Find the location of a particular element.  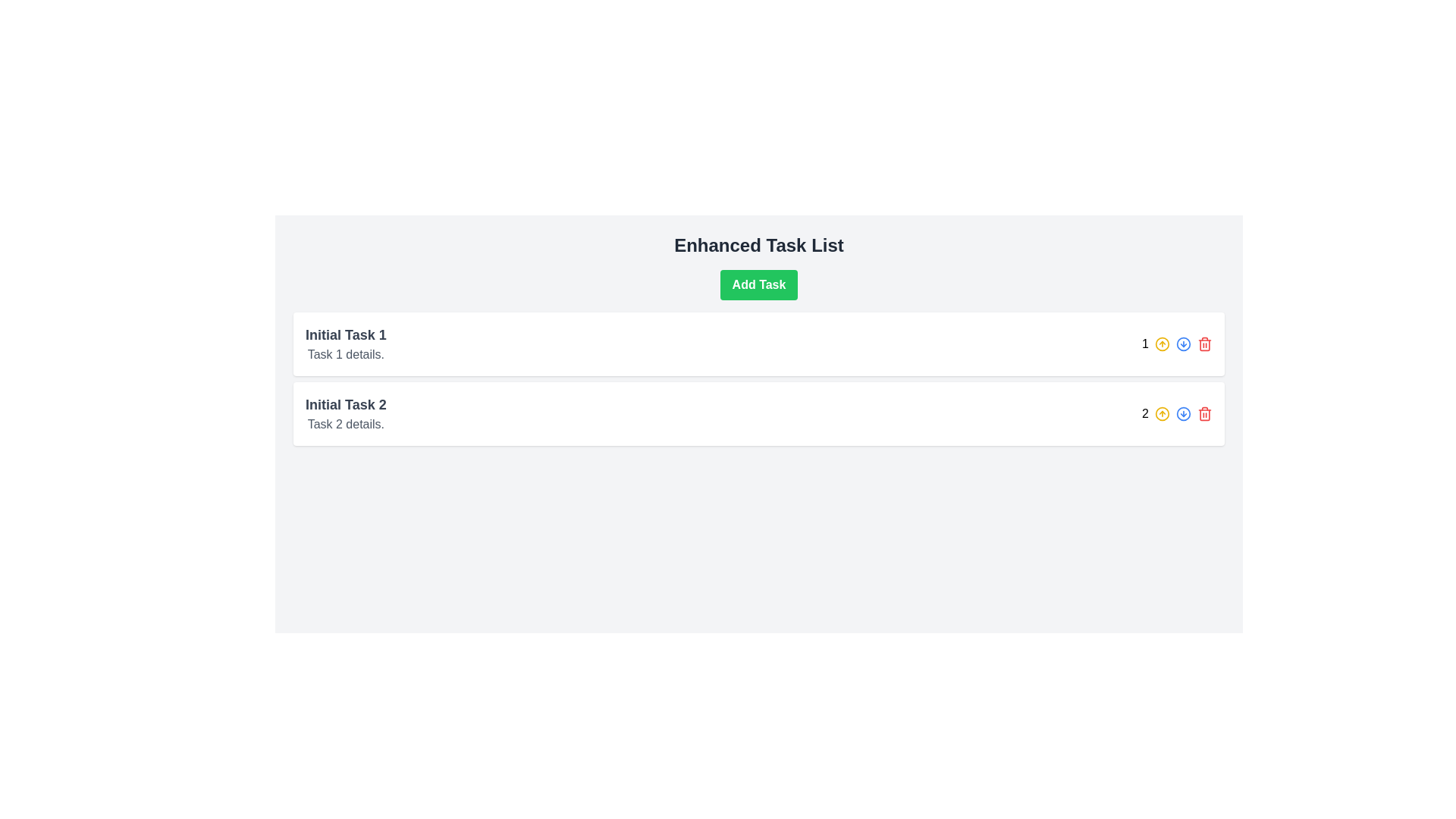

the outermost SVG circle that serves as a decorative background for the arrow icon, located at the far right of the task list row is located at coordinates (1182, 414).